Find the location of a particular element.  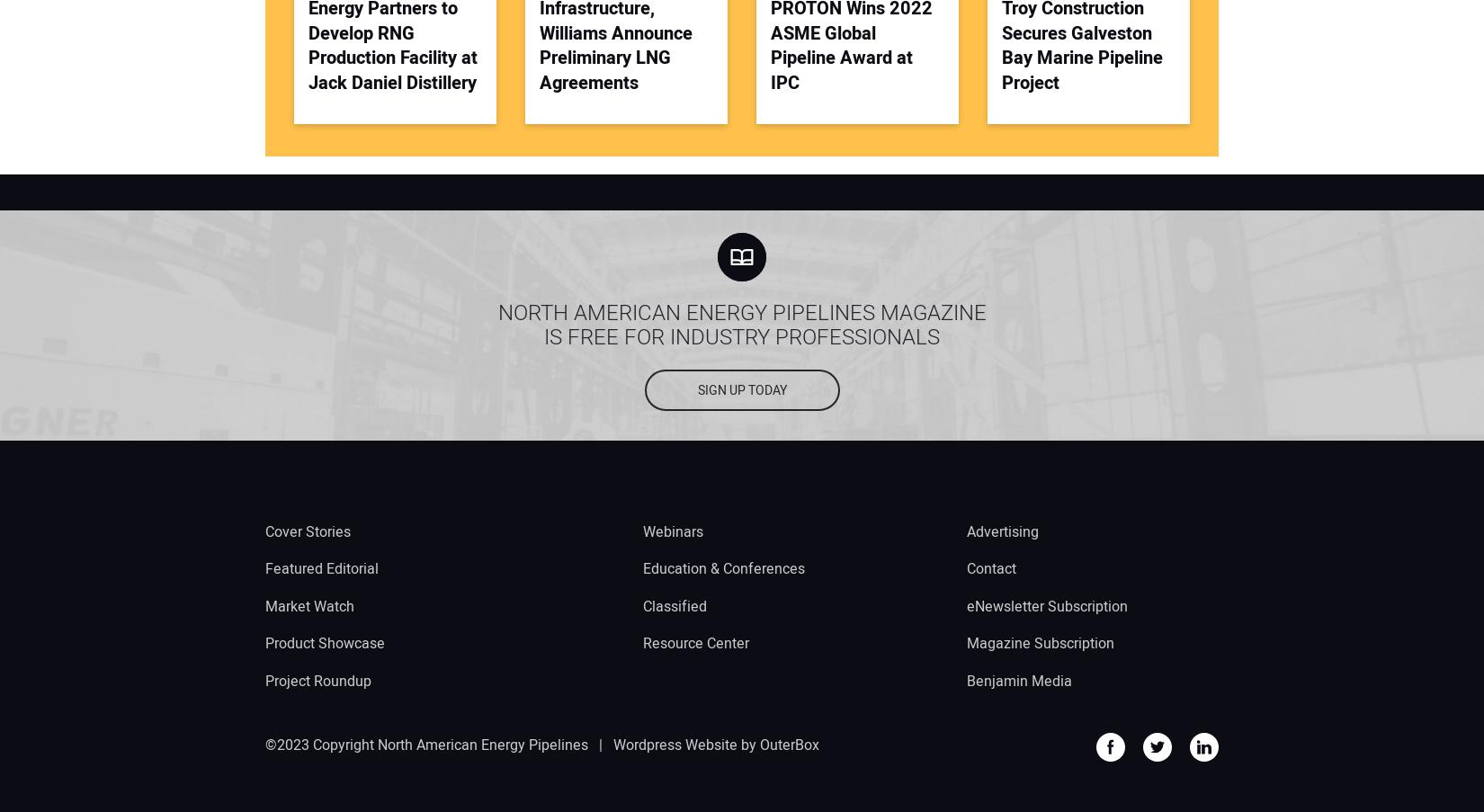

'Resource Center' is located at coordinates (695, 643).